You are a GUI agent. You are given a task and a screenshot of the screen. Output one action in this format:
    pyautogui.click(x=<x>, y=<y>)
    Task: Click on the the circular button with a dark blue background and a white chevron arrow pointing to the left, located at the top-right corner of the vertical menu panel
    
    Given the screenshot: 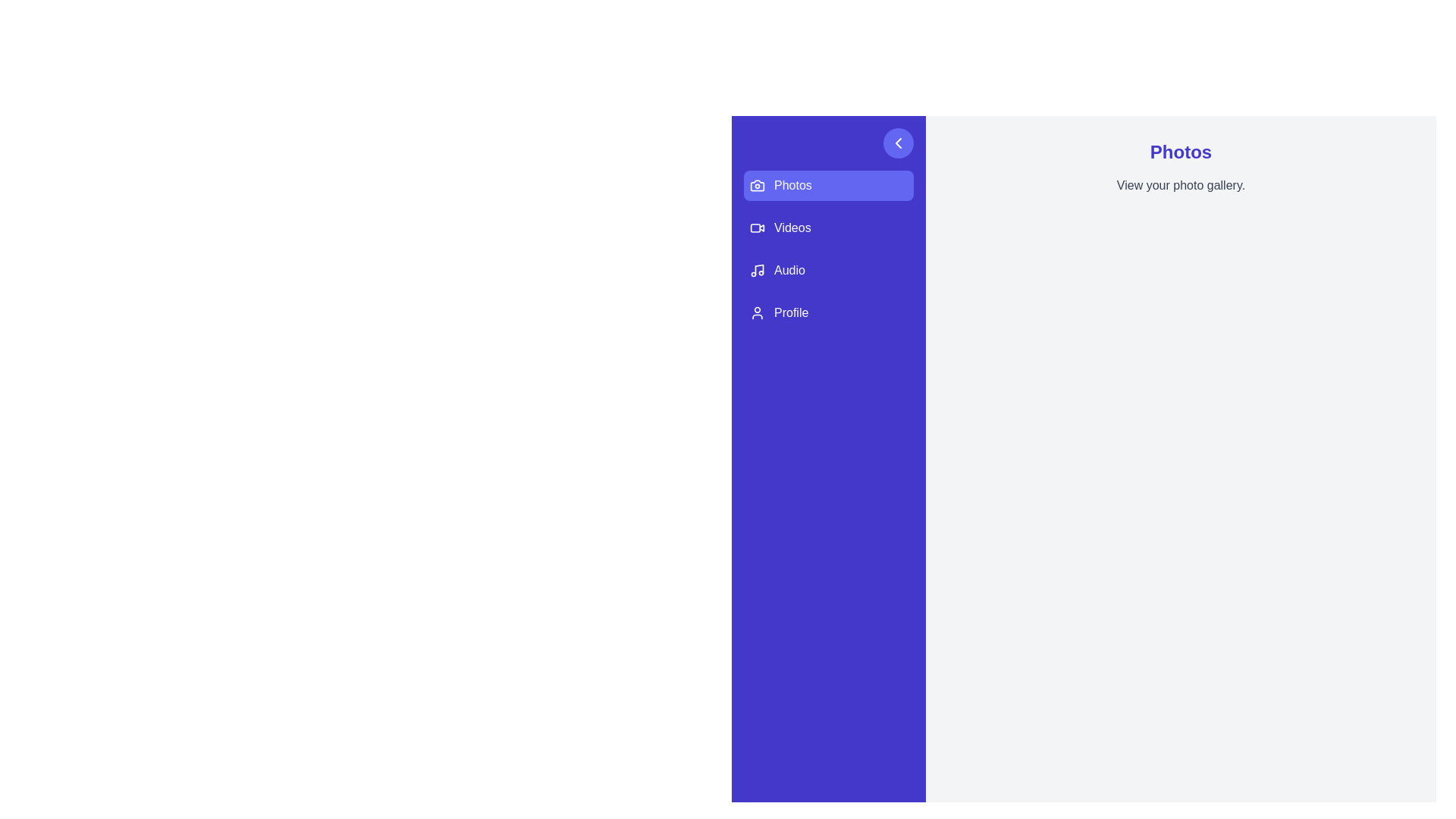 What is the action you would take?
    pyautogui.click(x=899, y=143)
    